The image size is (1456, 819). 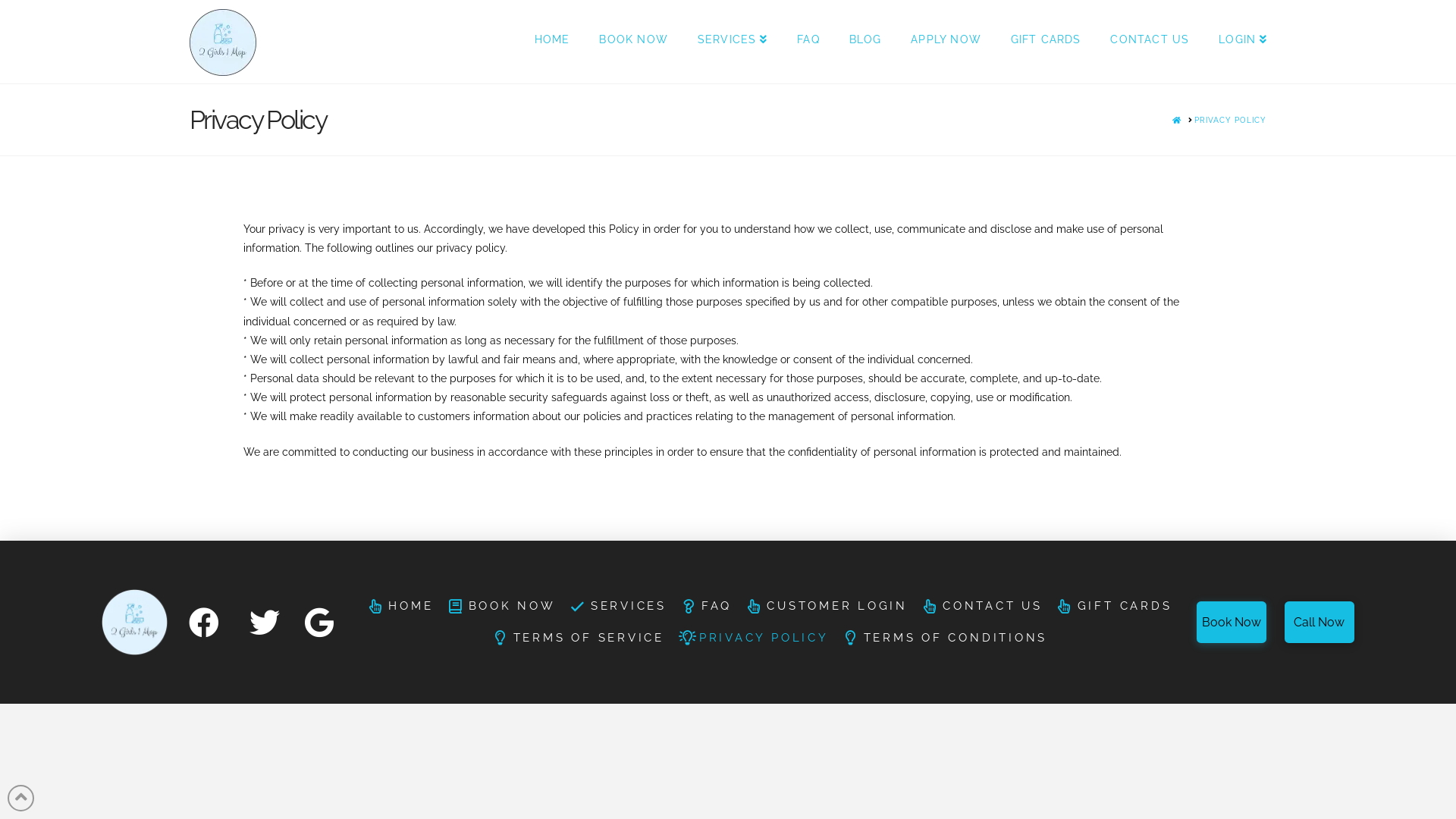 What do you see at coordinates (483, 638) in the screenshot?
I see `'TERMS OF SERVICE'` at bounding box center [483, 638].